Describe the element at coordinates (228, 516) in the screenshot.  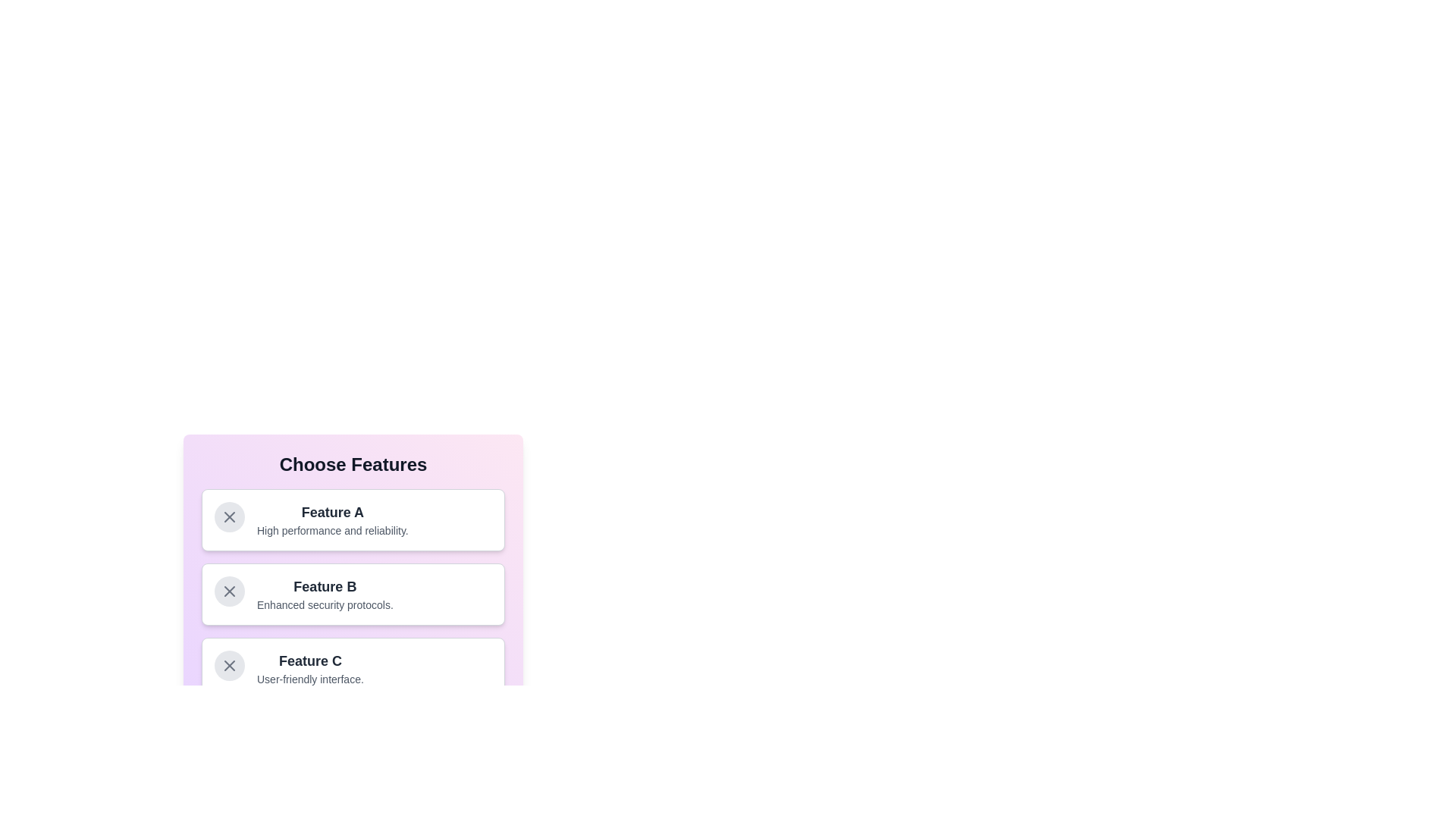
I see `the 'X' icon in the circular gray button located to the left of the label 'Feature A' on the topmost white card to deselect the feature` at that location.